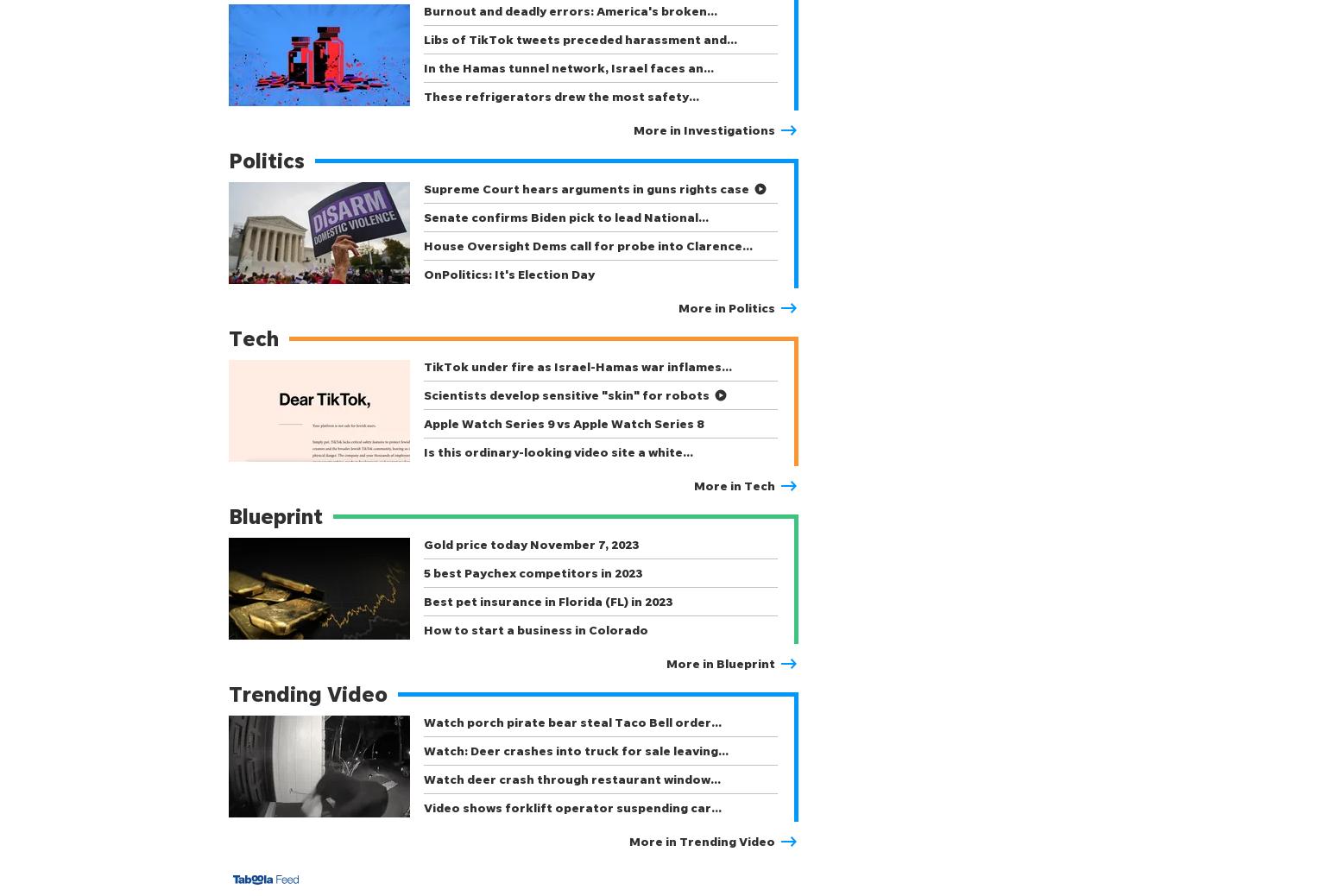 This screenshot has height=896, width=1338. What do you see at coordinates (423, 451) in the screenshot?
I see `'Is this ordinary-looking video site a white…'` at bounding box center [423, 451].